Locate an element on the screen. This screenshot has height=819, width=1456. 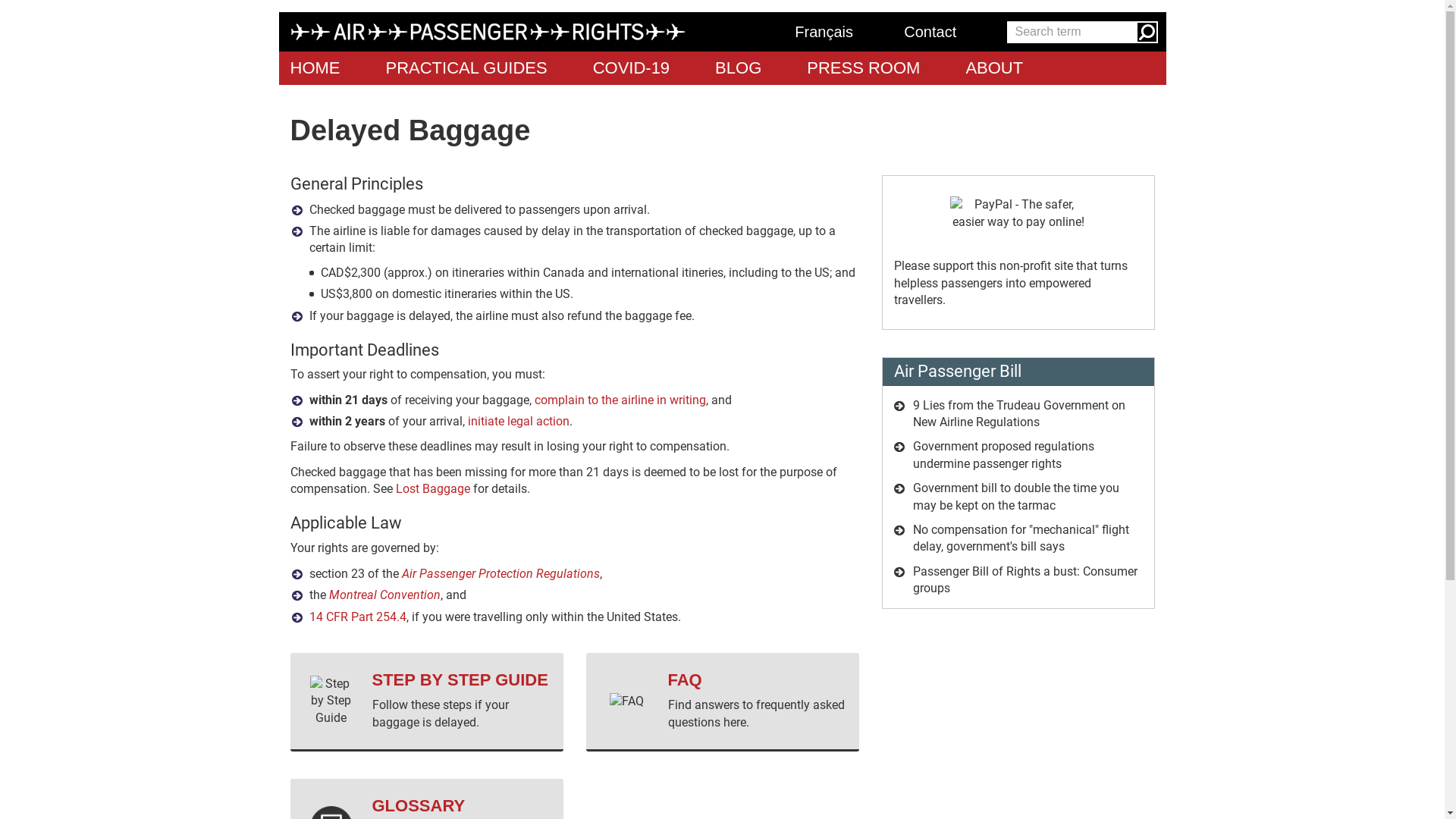
'Contact' is located at coordinates (942, 32).